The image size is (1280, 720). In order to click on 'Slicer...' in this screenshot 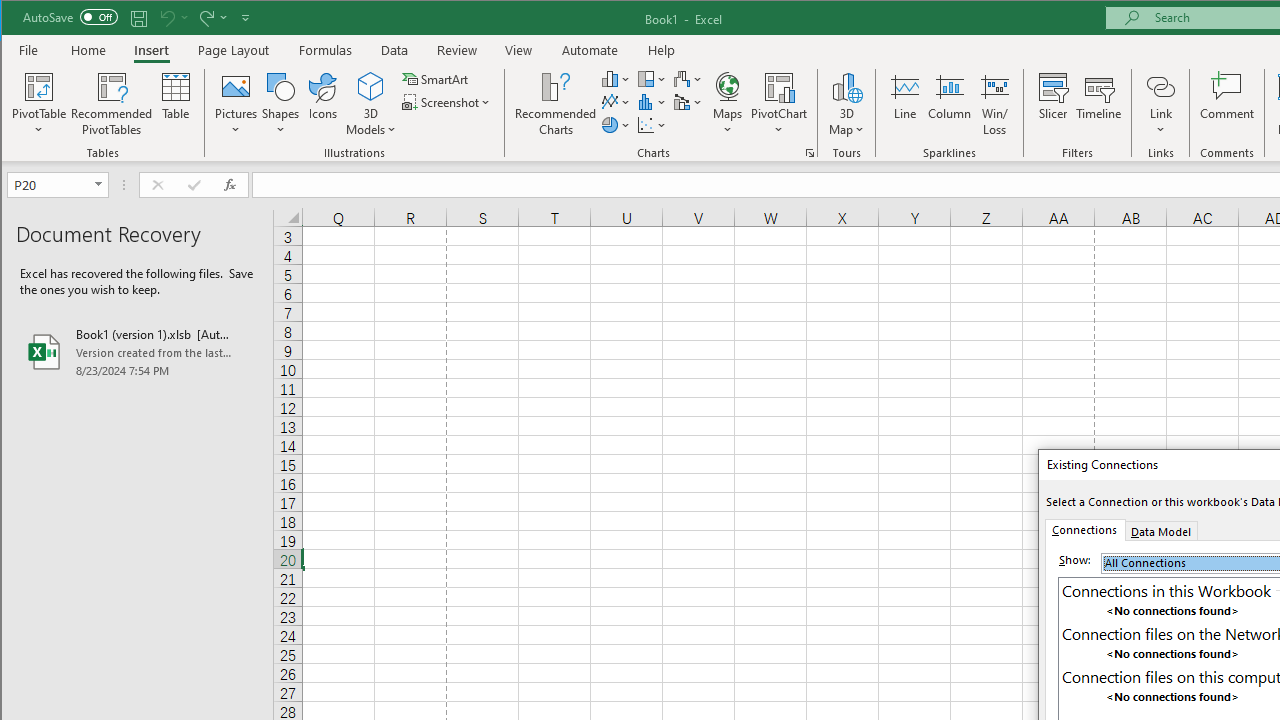, I will do `click(1051, 104)`.